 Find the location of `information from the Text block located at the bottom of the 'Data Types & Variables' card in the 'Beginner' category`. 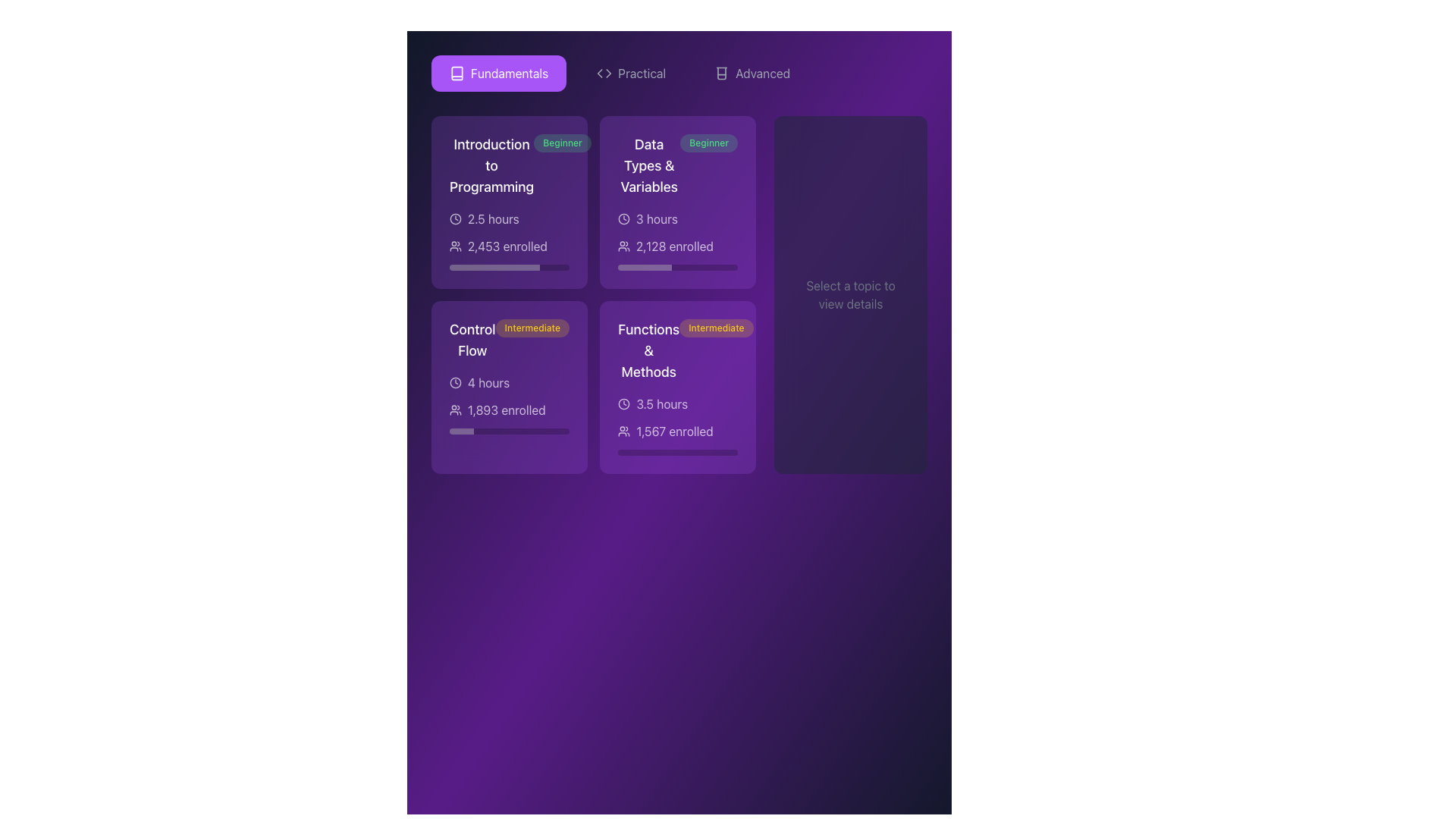

information from the Text block located at the bottom of the 'Data Types & Variables' card in the 'Beginner' category is located at coordinates (676, 239).